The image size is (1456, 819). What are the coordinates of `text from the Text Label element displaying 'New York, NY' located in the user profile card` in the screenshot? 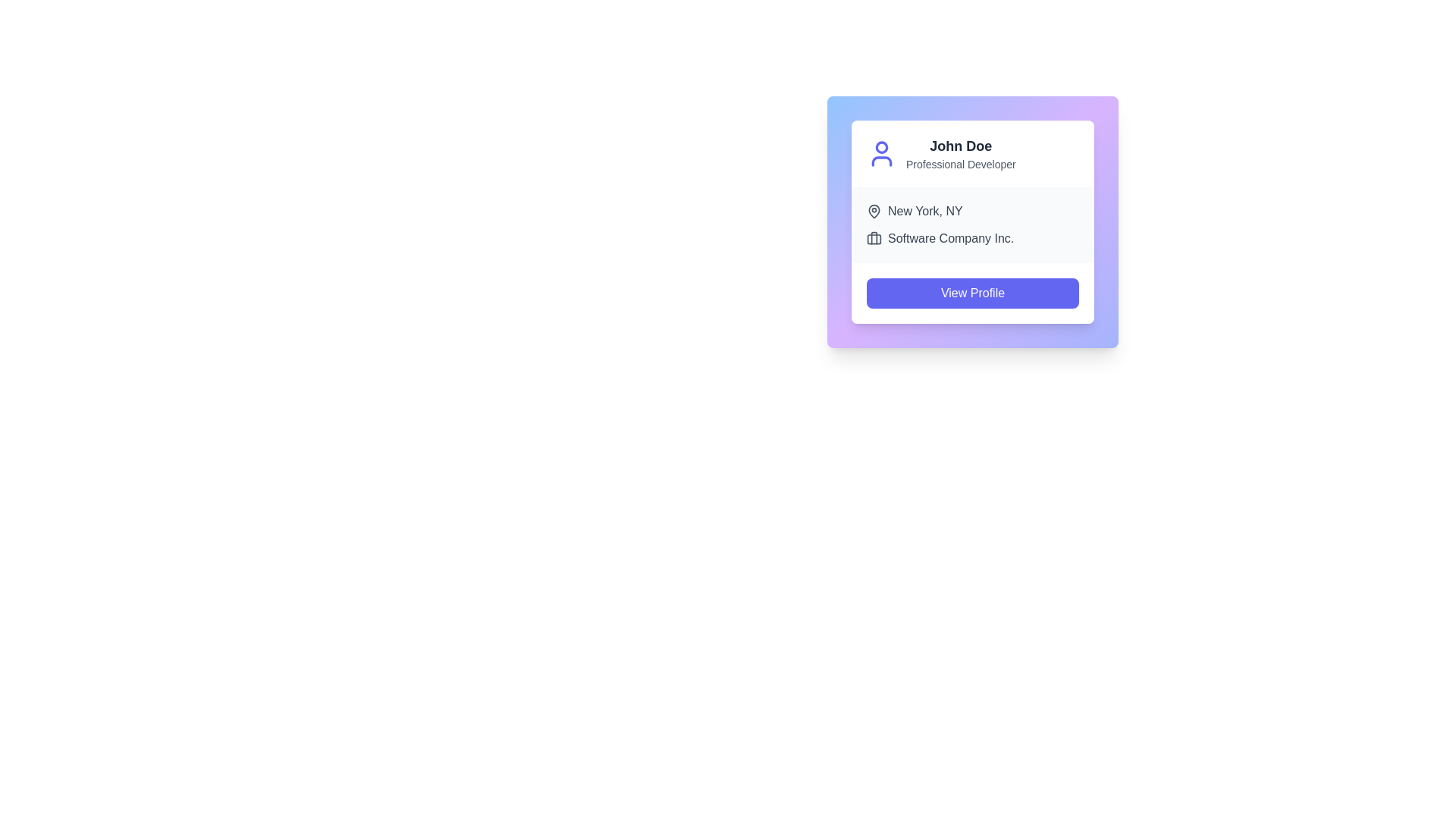 It's located at (924, 211).